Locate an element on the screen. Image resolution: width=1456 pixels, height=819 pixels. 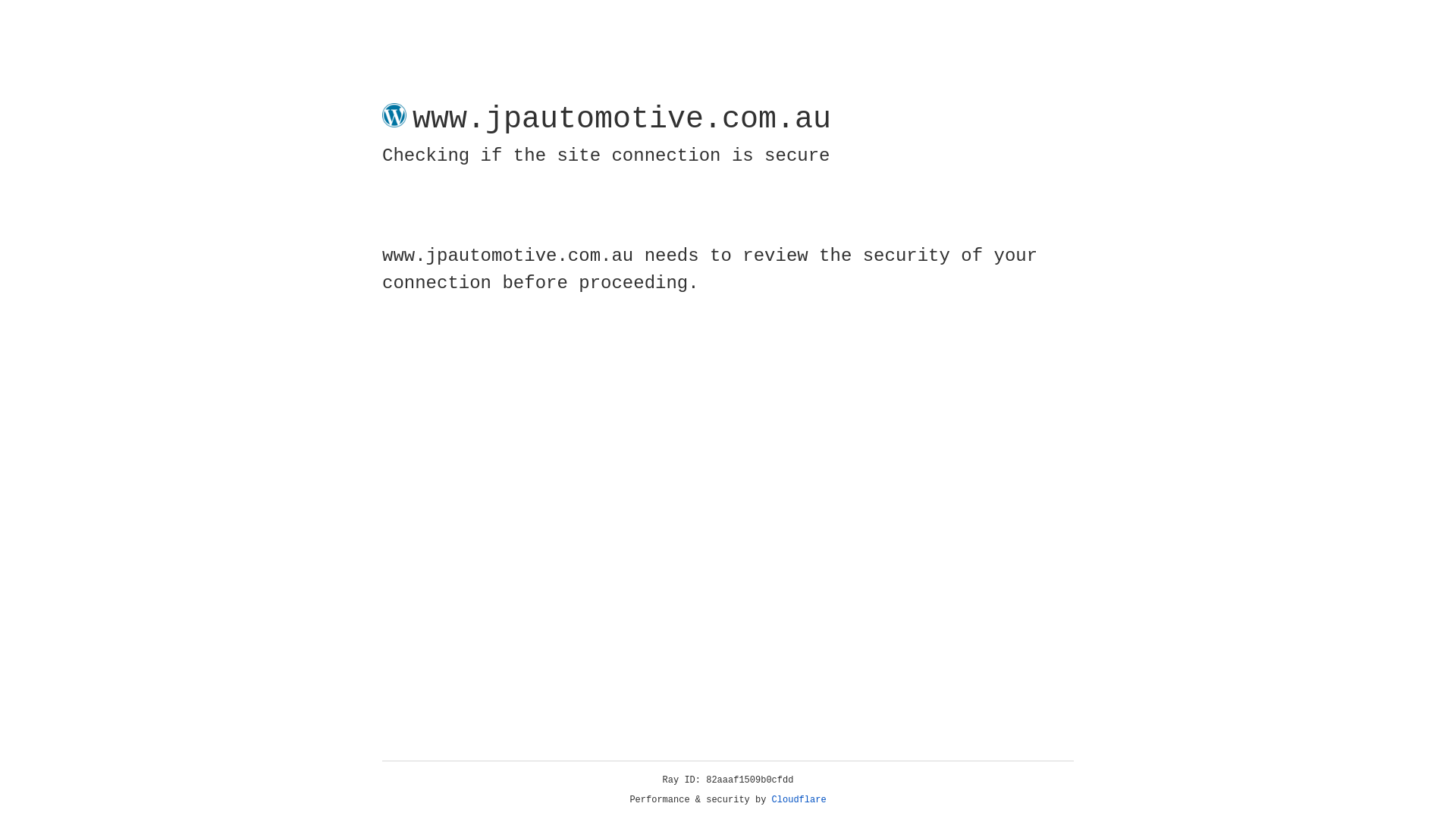
'Cloudflare' is located at coordinates (799, 799).